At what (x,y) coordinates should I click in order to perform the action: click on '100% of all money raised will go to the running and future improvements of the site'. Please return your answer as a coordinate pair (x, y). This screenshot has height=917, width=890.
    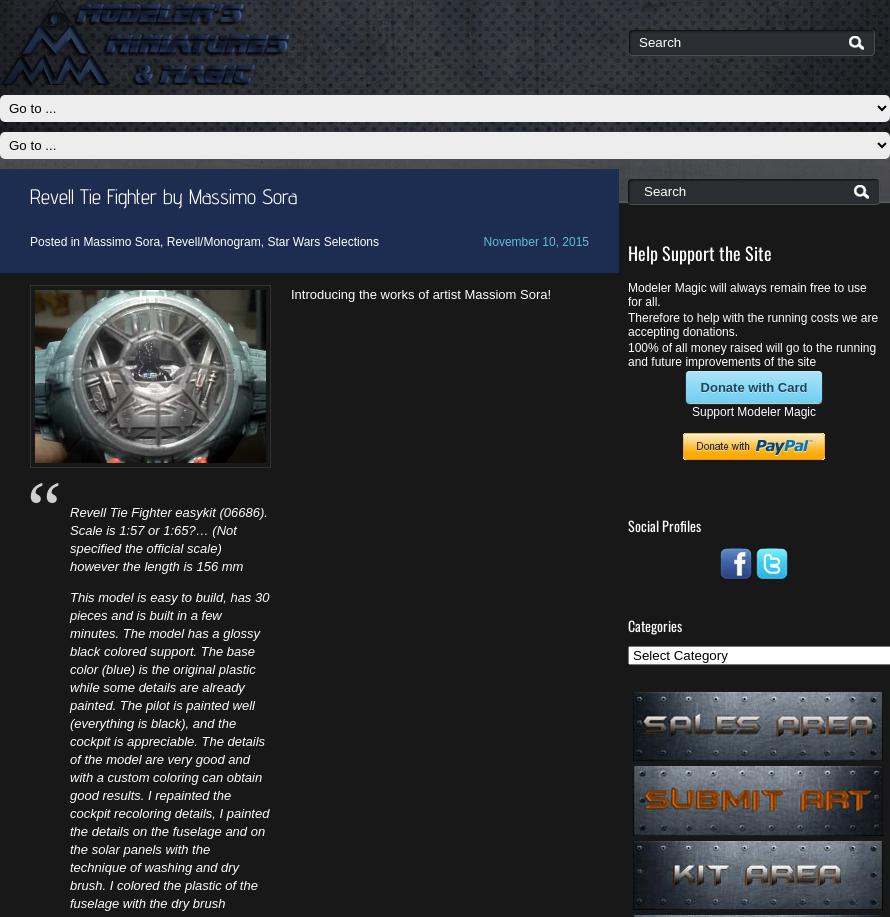
    Looking at the image, I should click on (751, 352).